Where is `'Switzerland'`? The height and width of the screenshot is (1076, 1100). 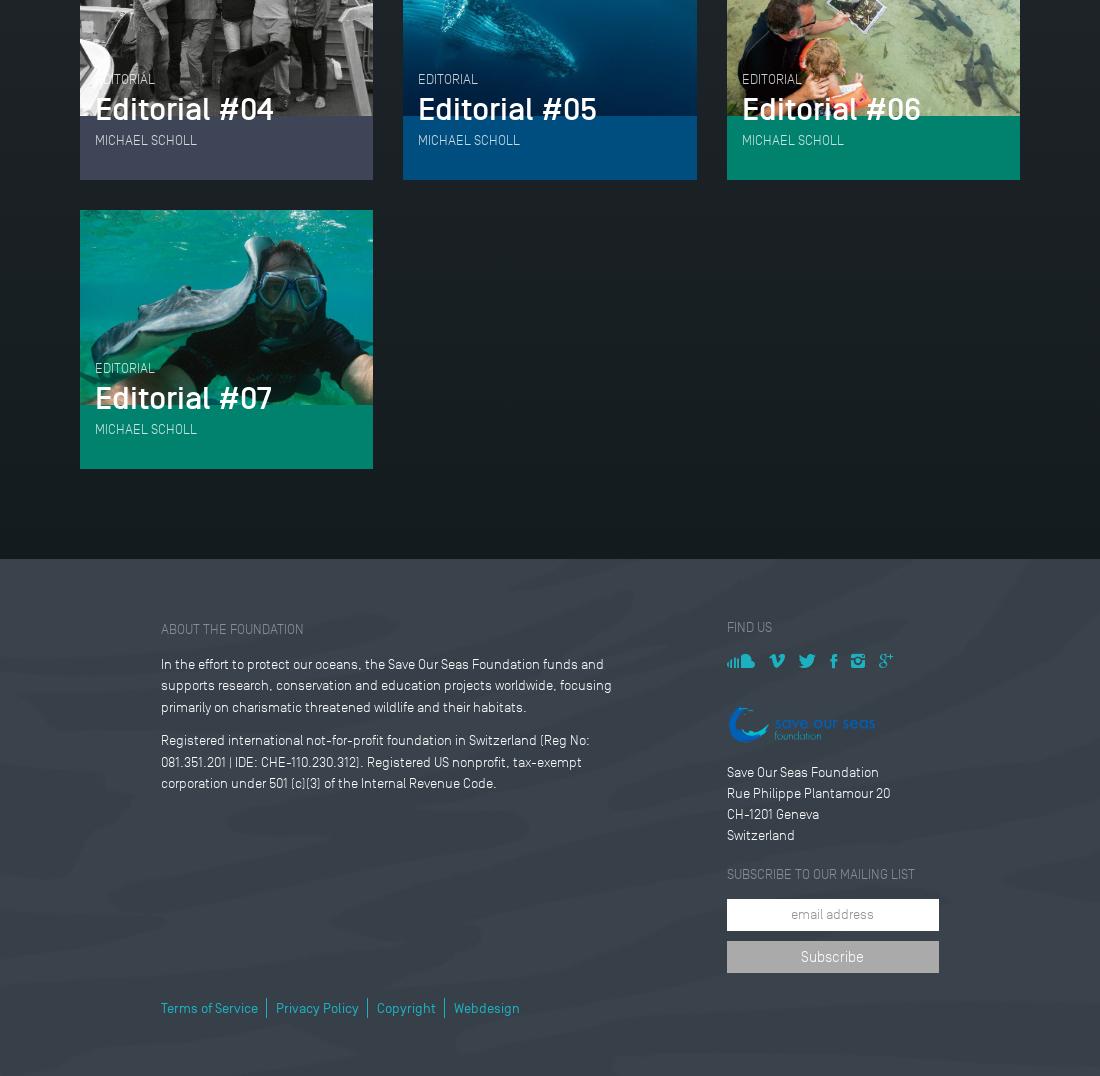 'Switzerland' is located at coordinates (725, 833).